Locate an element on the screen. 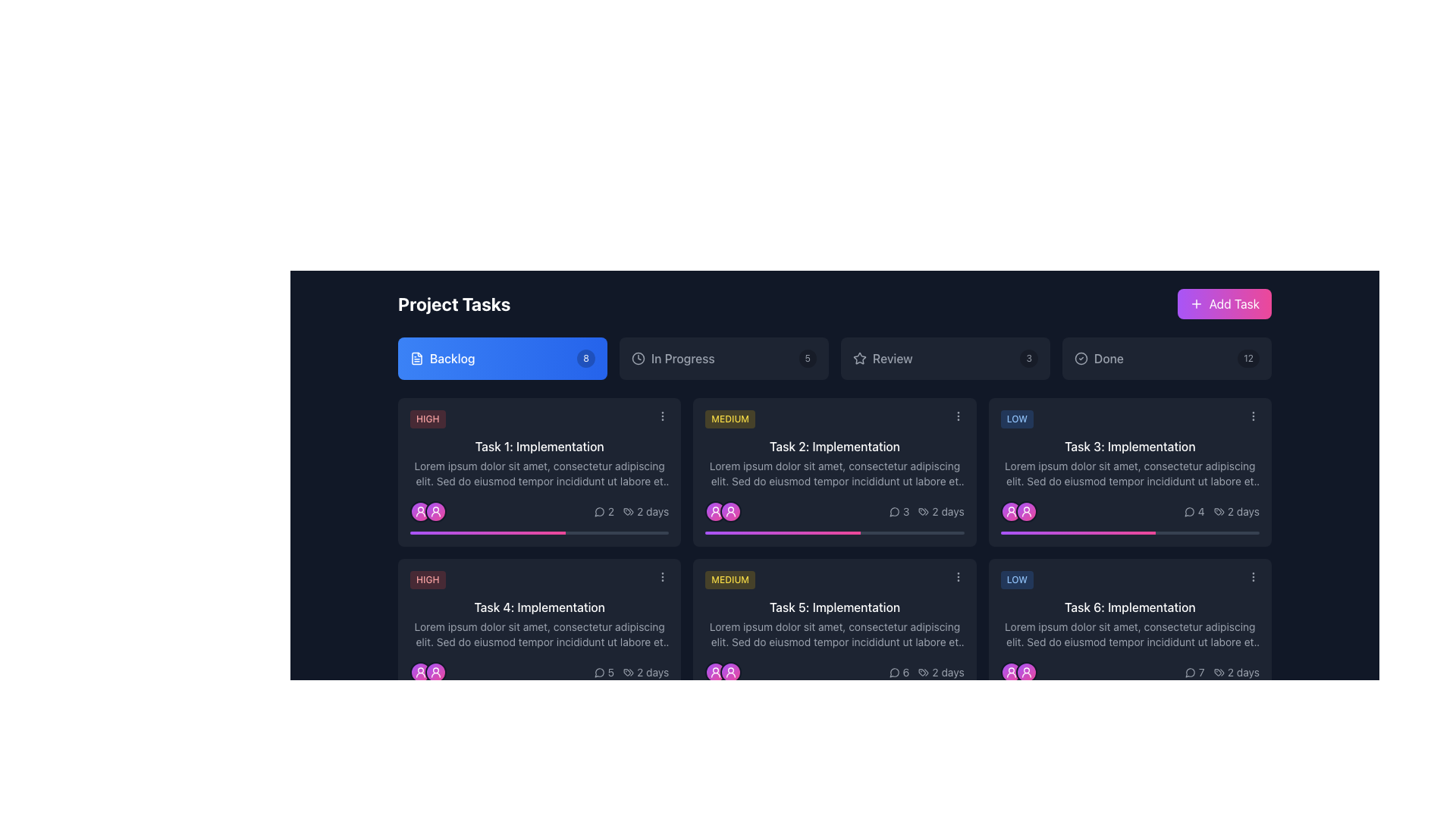 This screenshot has width=1456, height=819. the text on the 'LOW' priority badge located at the top-left corner of the card labeled 'Task 6: Implementation' in the 'Done' section is located at coordinates (1017, 579).